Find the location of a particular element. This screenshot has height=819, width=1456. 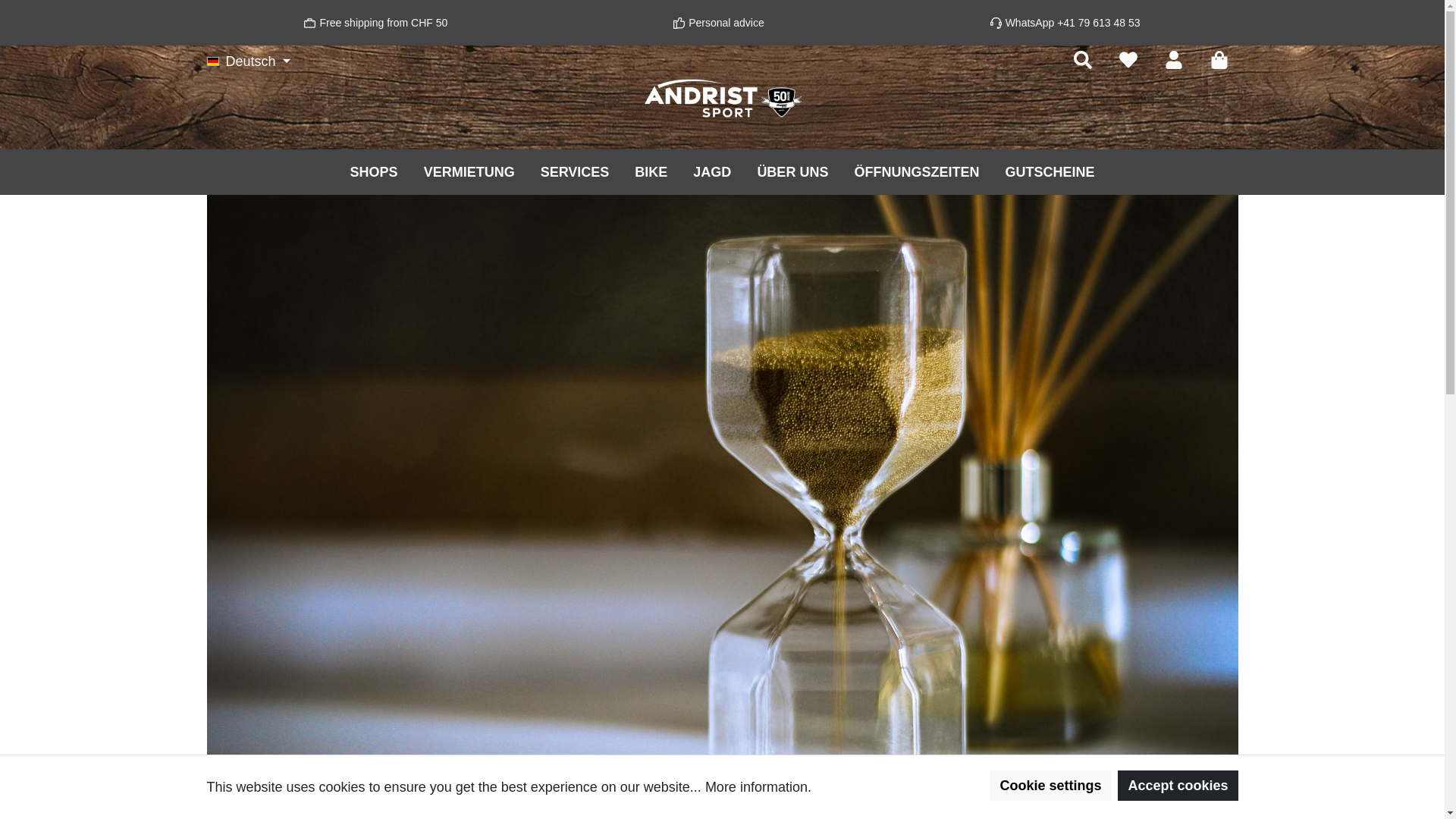

'Accept cookies' is located at coordinates (1117, 785).